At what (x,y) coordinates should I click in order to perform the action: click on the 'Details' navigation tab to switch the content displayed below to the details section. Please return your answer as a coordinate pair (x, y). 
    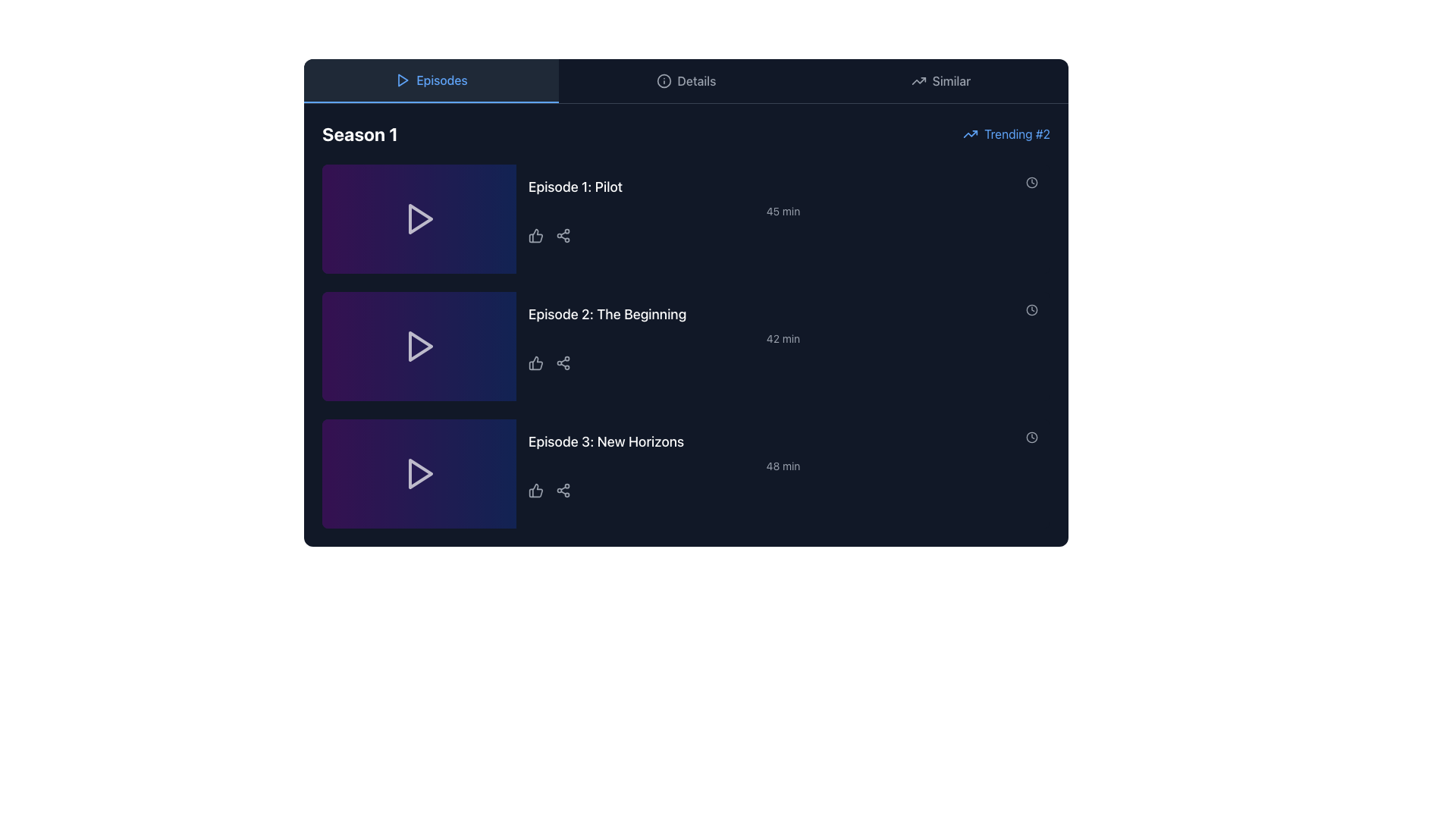
    Looking at the image, I should click on (686, 81).